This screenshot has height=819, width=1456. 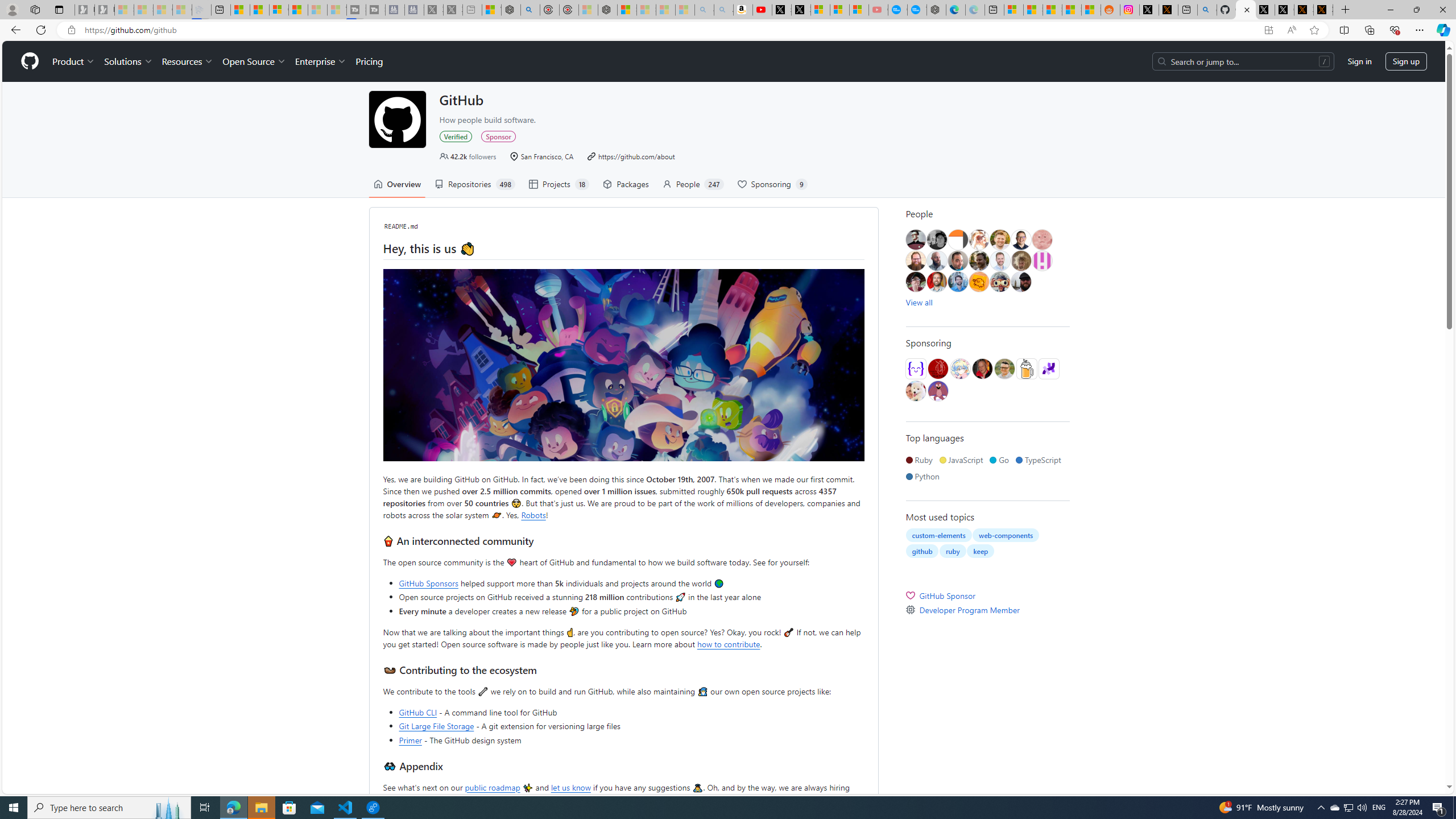 What do you see at coordinates (428, 583) in the screenshot?
I see `'GitHub Sponsors'` at bounding box center [428, 583].